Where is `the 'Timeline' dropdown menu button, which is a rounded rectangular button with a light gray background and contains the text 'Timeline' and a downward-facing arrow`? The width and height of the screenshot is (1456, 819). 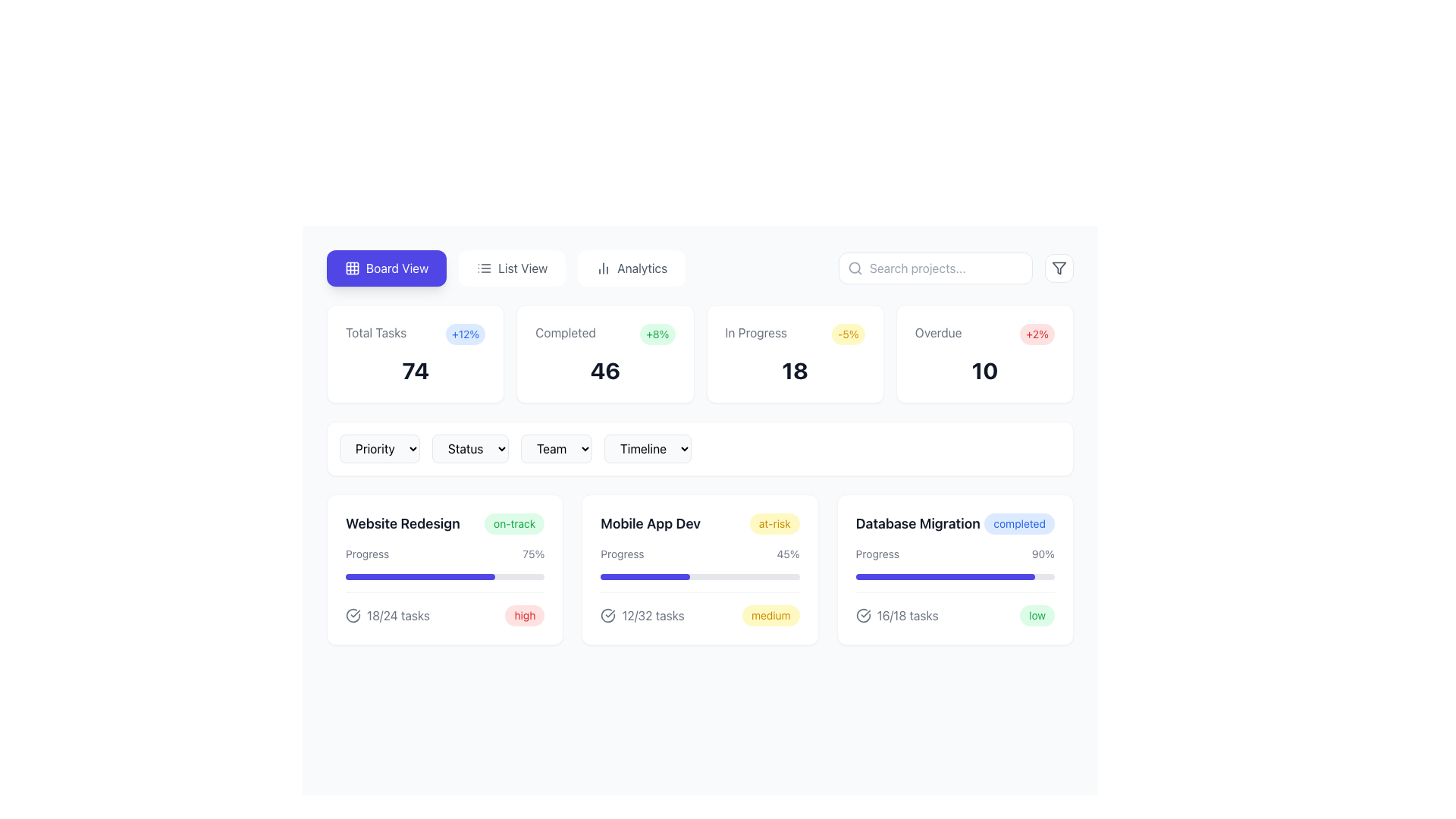 the 'Timeline' dropdown menu button, which is a rounded rectangular button with a light gray background and contains the text 'Timeline' and a downward-facing arrow is located at coordinates (648, 447).